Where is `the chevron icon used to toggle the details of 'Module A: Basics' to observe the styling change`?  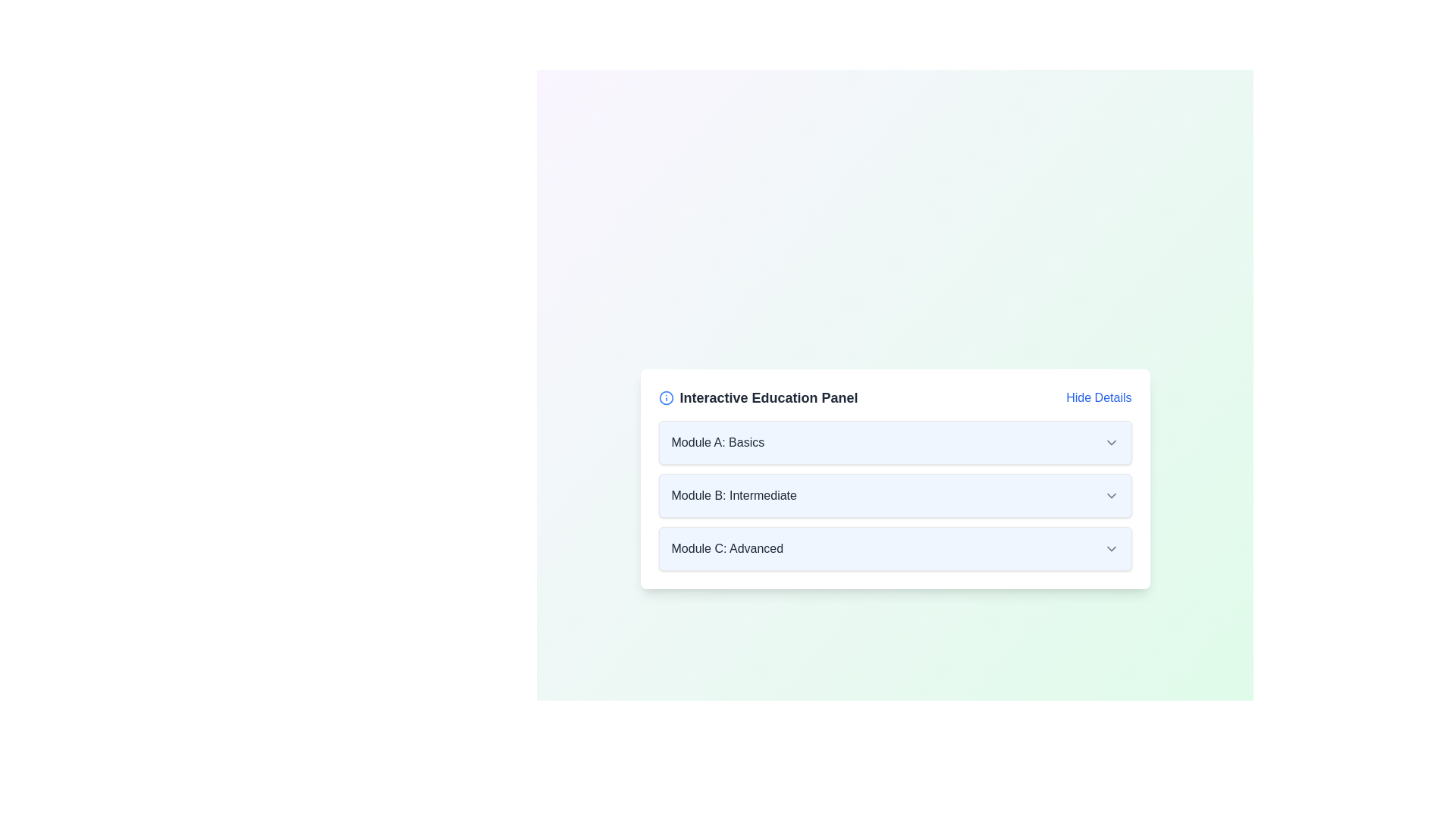 the chevron icon used to toggle the details of 'Module A: Basics' to observe the styling change is located at coordinates (1111, 442).